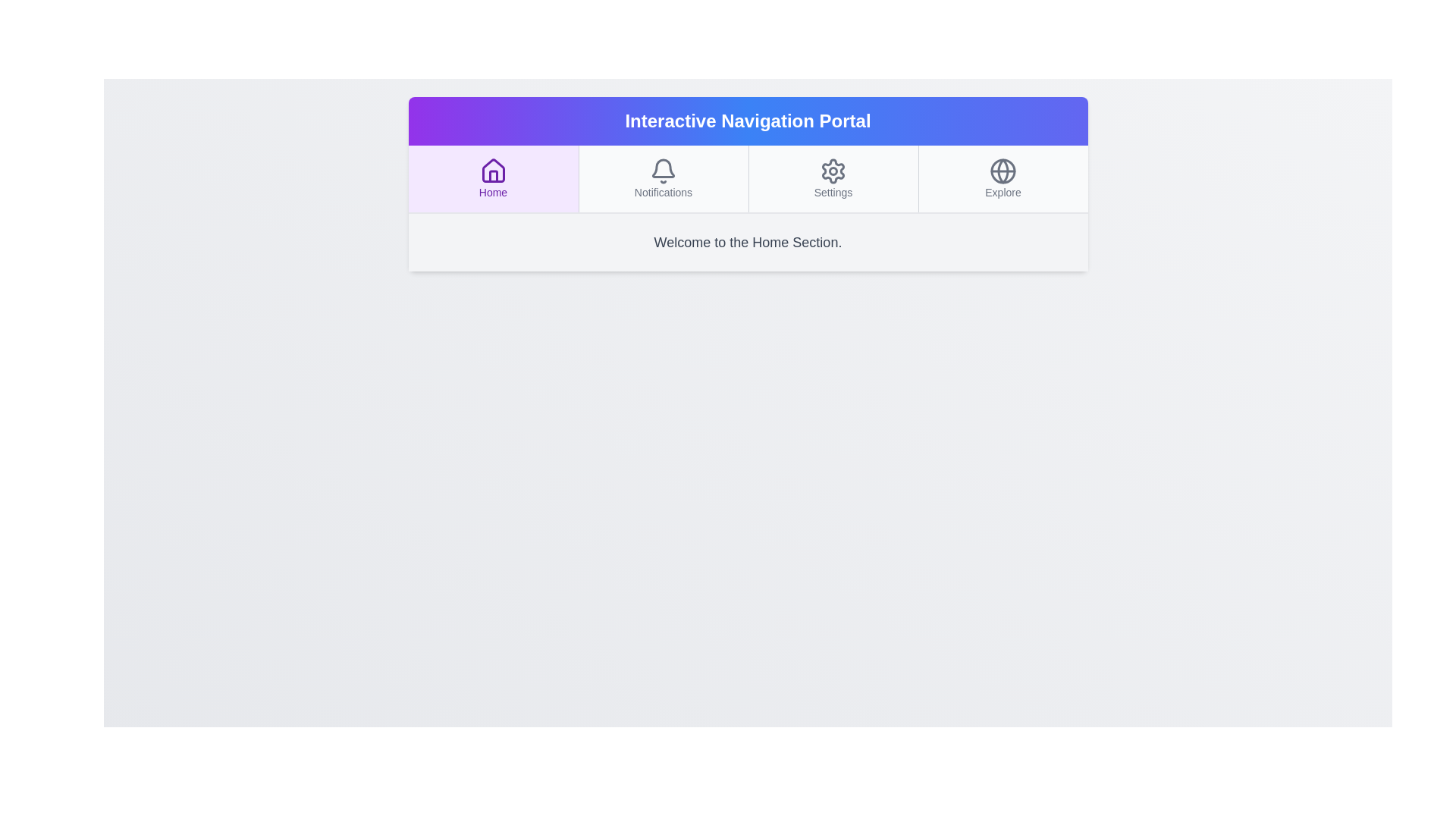 This screenshot has width=1456, height=819. What do you see at coordinates (663, 177) in the screenshot?
I see `the clickable navigation item representing notifications, which is styled with a gray color scheme and positioned above the text 'Notifications' in the navigation bar` at bounding box center [663, 177].